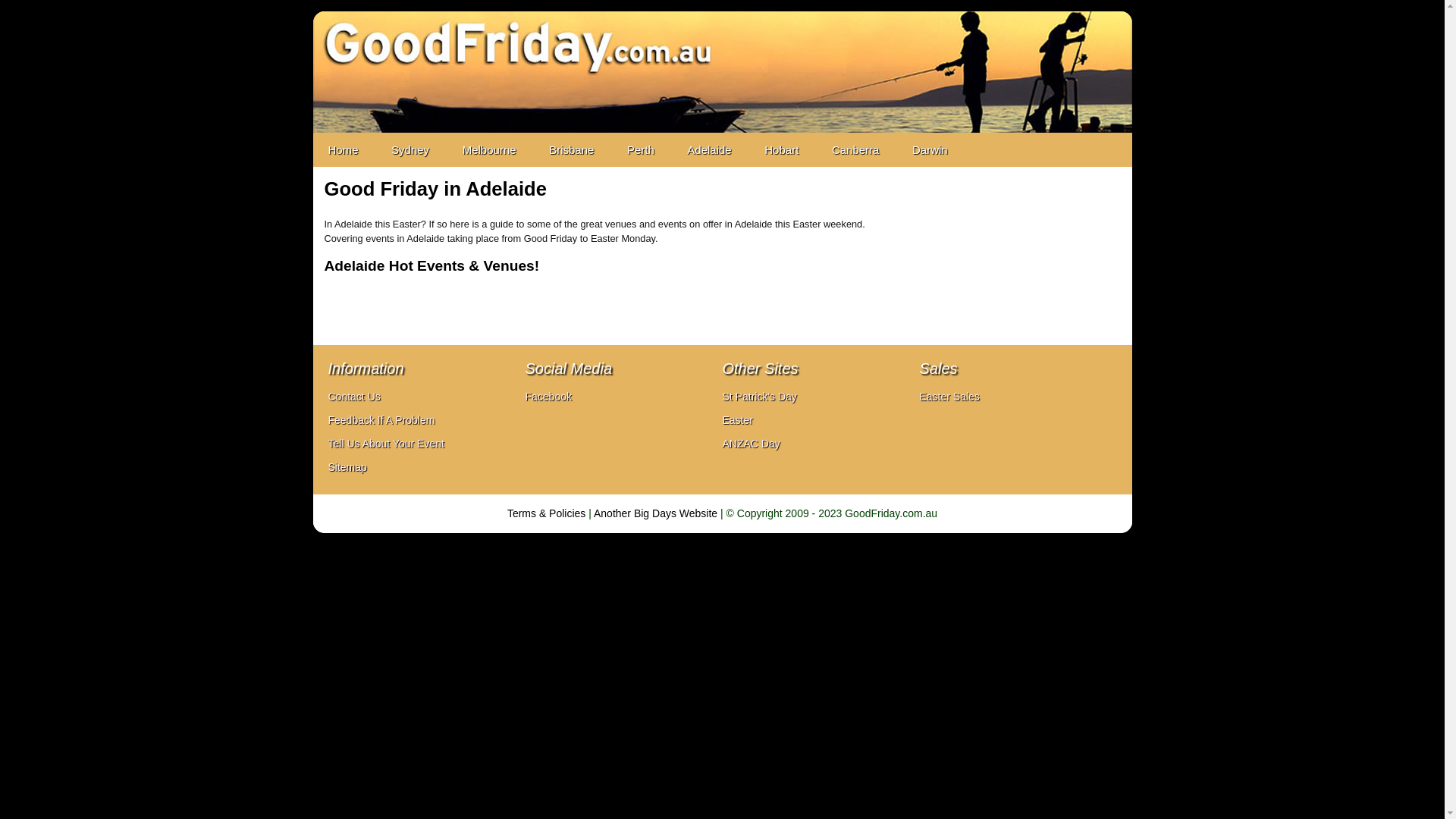 This screenshot has width=1456, height=819. What do you see at coordinates (312, 140) in the screenshot?
I see `'Skip to content'` at bounding box center [312, 140].